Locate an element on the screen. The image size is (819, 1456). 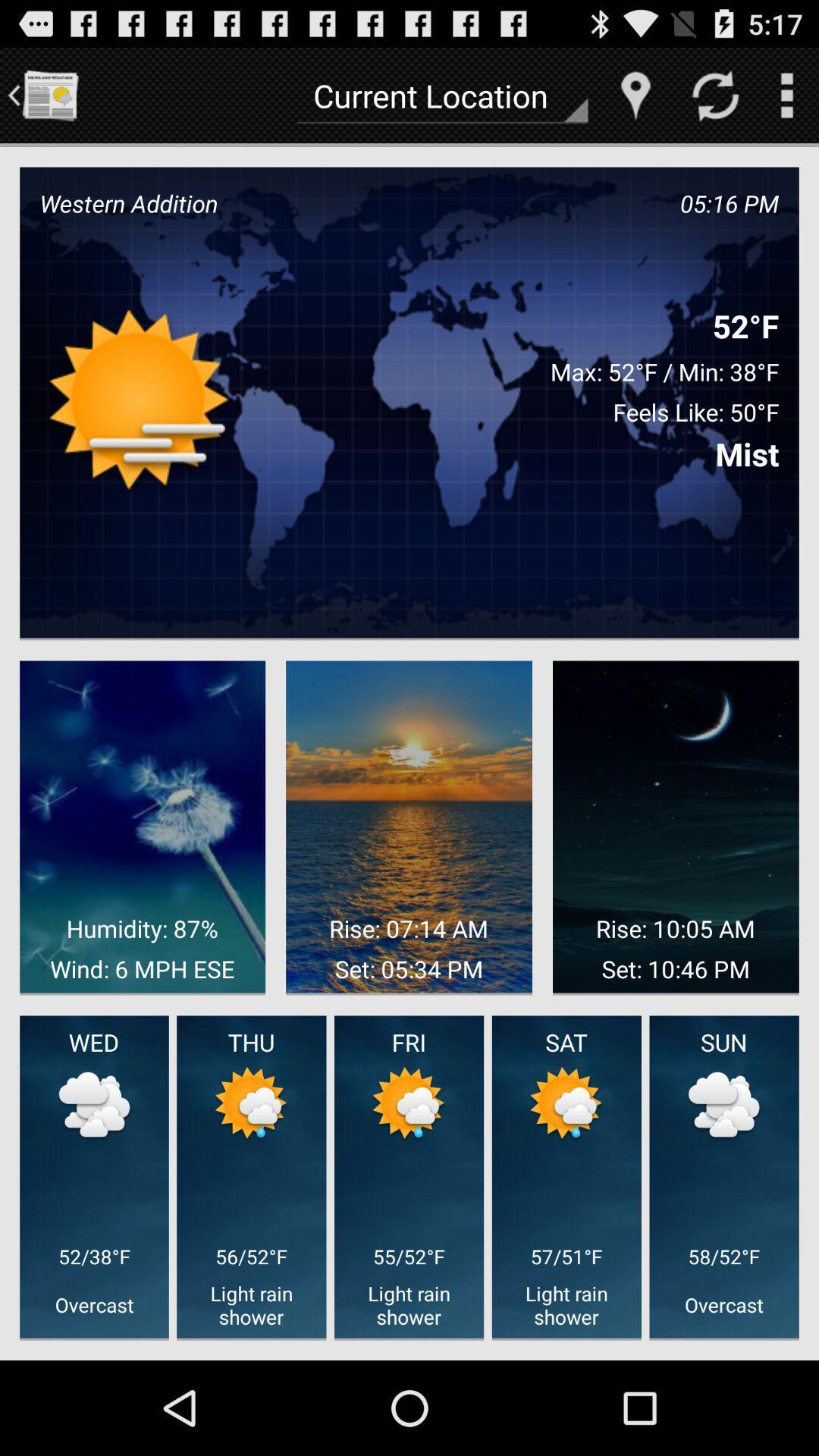
icon to the left of current location is located at coordinates (49, 94).